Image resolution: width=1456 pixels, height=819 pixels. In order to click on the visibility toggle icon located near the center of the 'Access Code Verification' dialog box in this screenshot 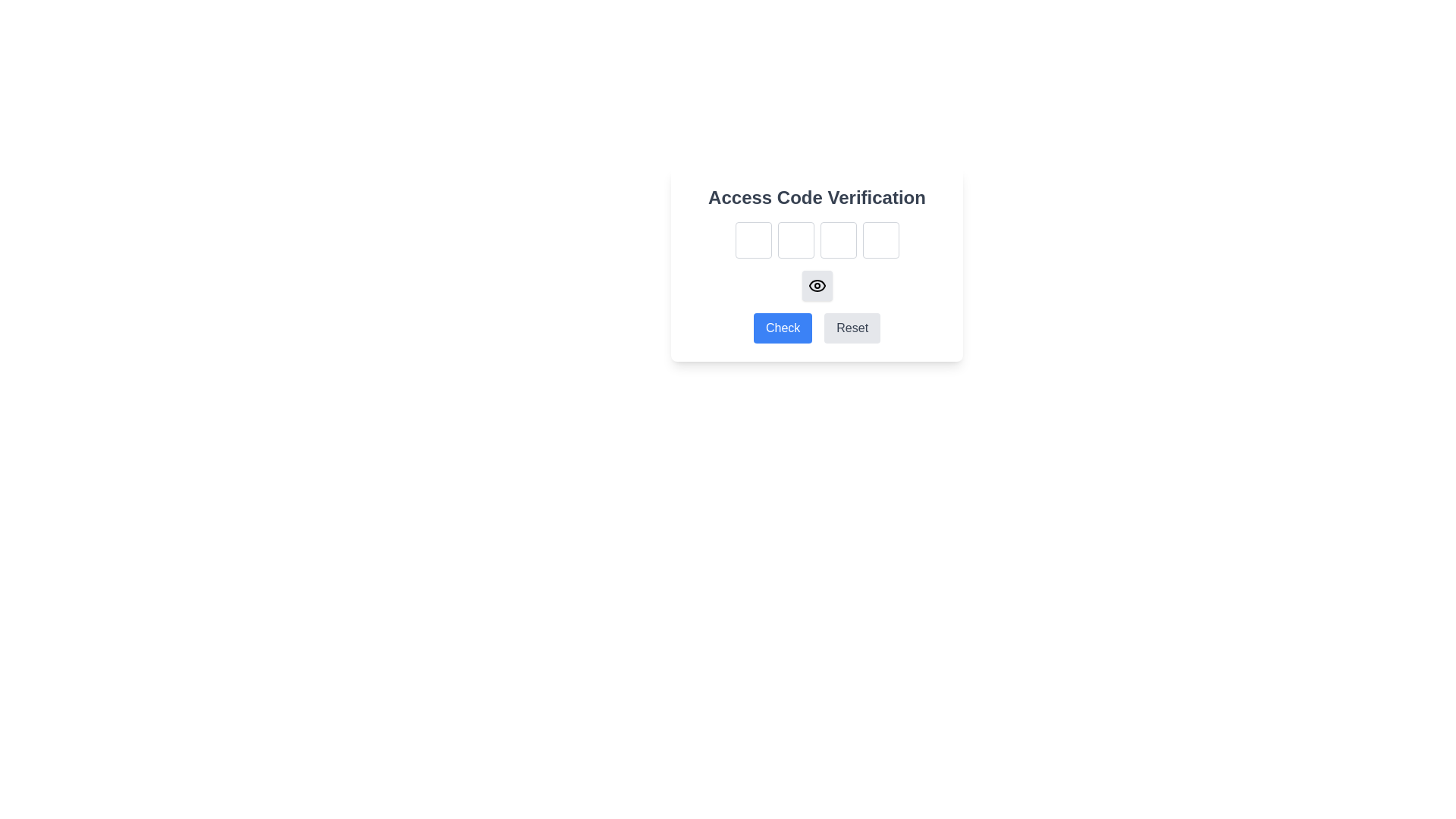, I will do `click(816, 286)`.